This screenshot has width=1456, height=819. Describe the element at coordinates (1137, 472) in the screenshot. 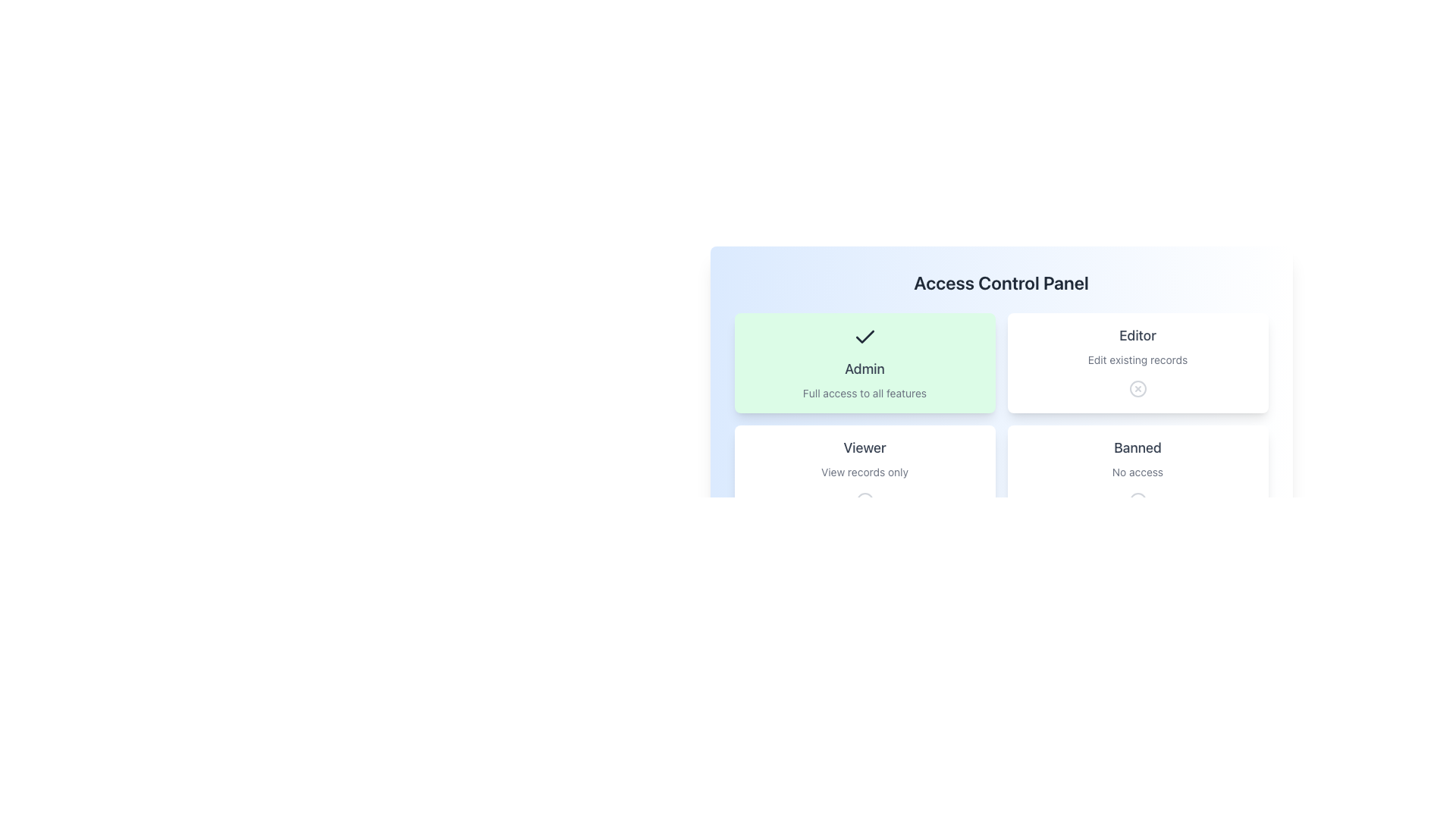

I see `the text label that displays 'No access', located in the bottom-right corner of the 'Banned' card within a 2x2 grid layout` at that location.